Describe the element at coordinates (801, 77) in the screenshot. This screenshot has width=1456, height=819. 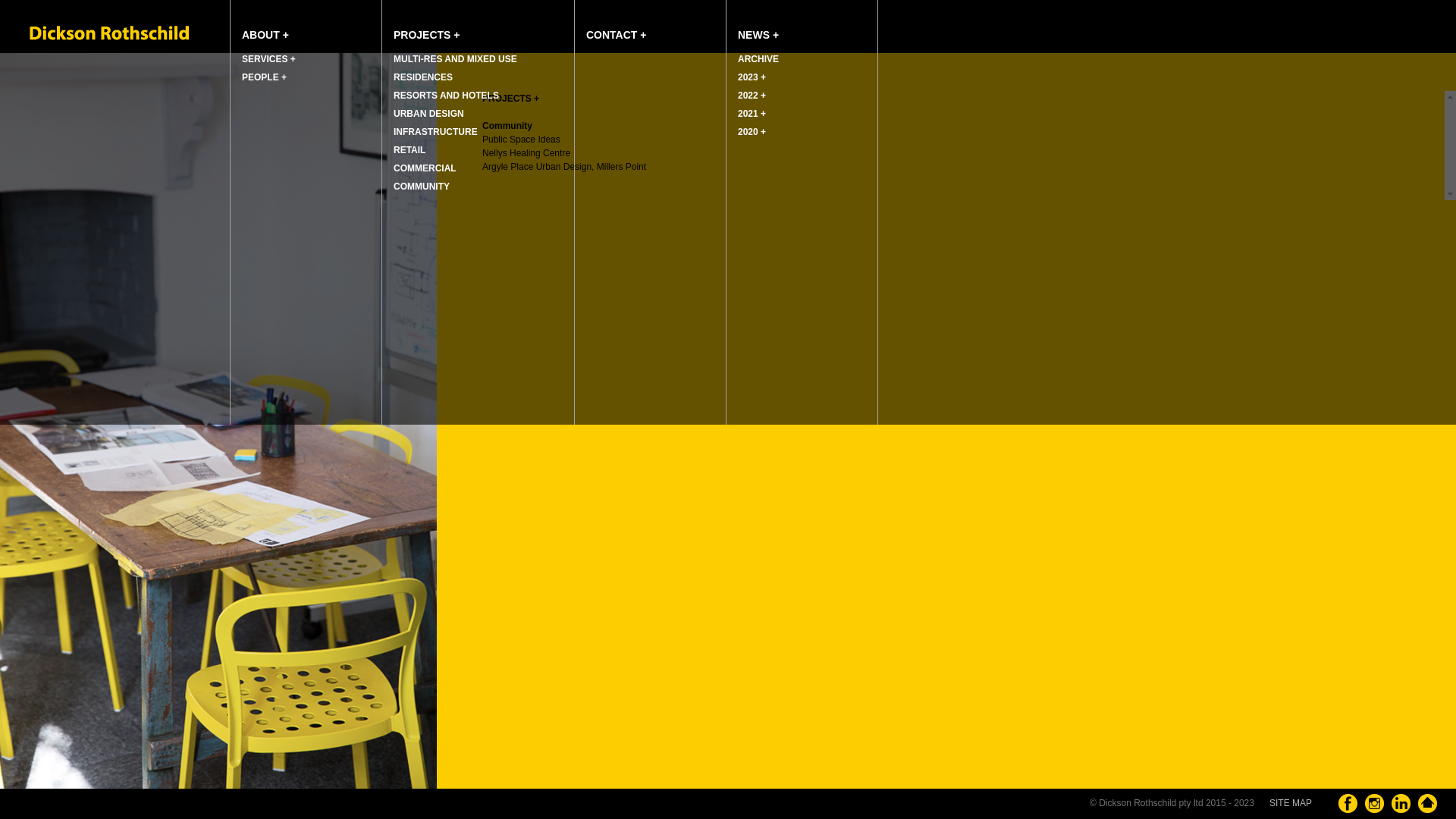
I see `'2023 +'` at that location.